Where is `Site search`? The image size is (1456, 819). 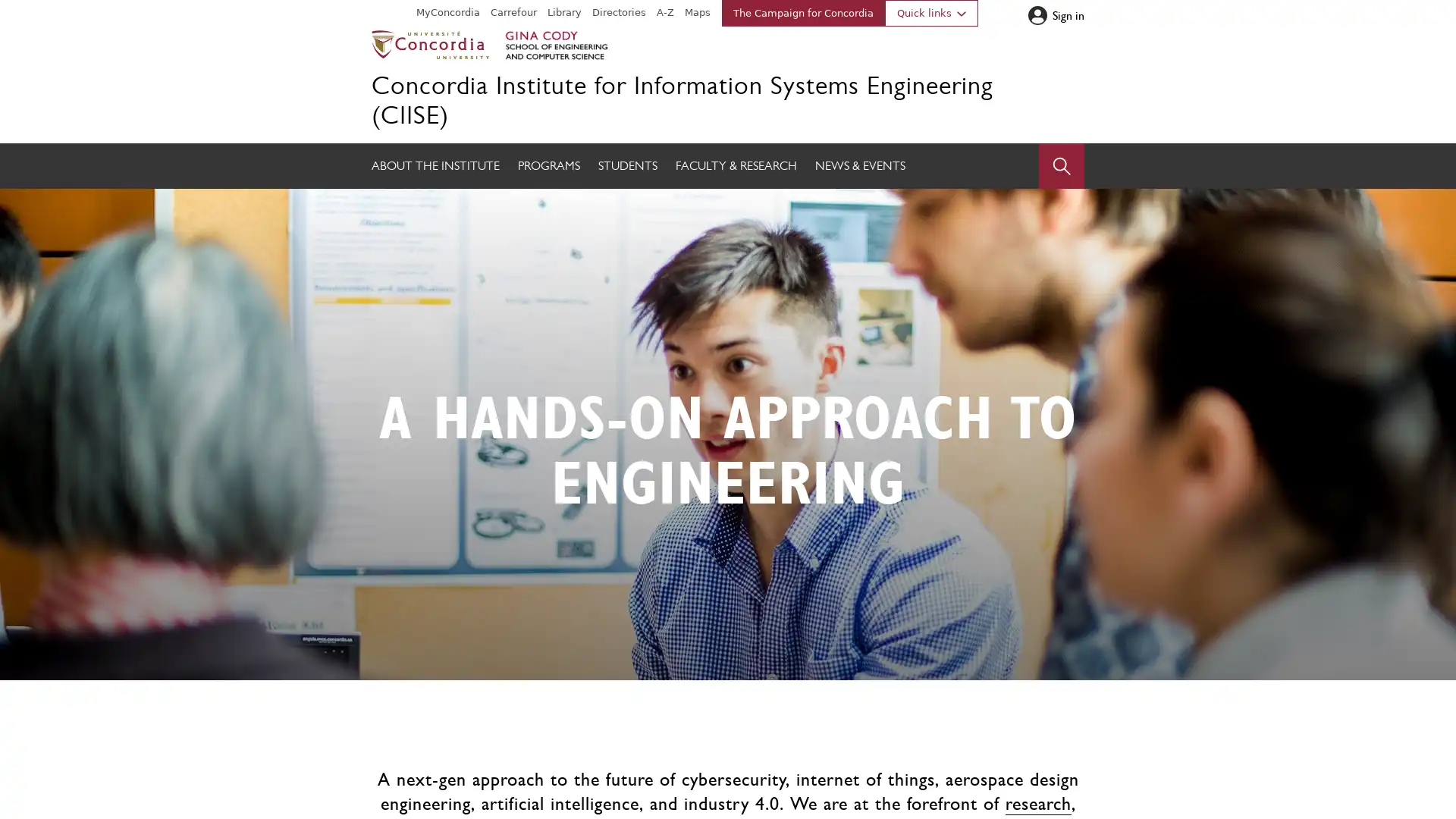
Site search is located at coordinates (1061, 166).